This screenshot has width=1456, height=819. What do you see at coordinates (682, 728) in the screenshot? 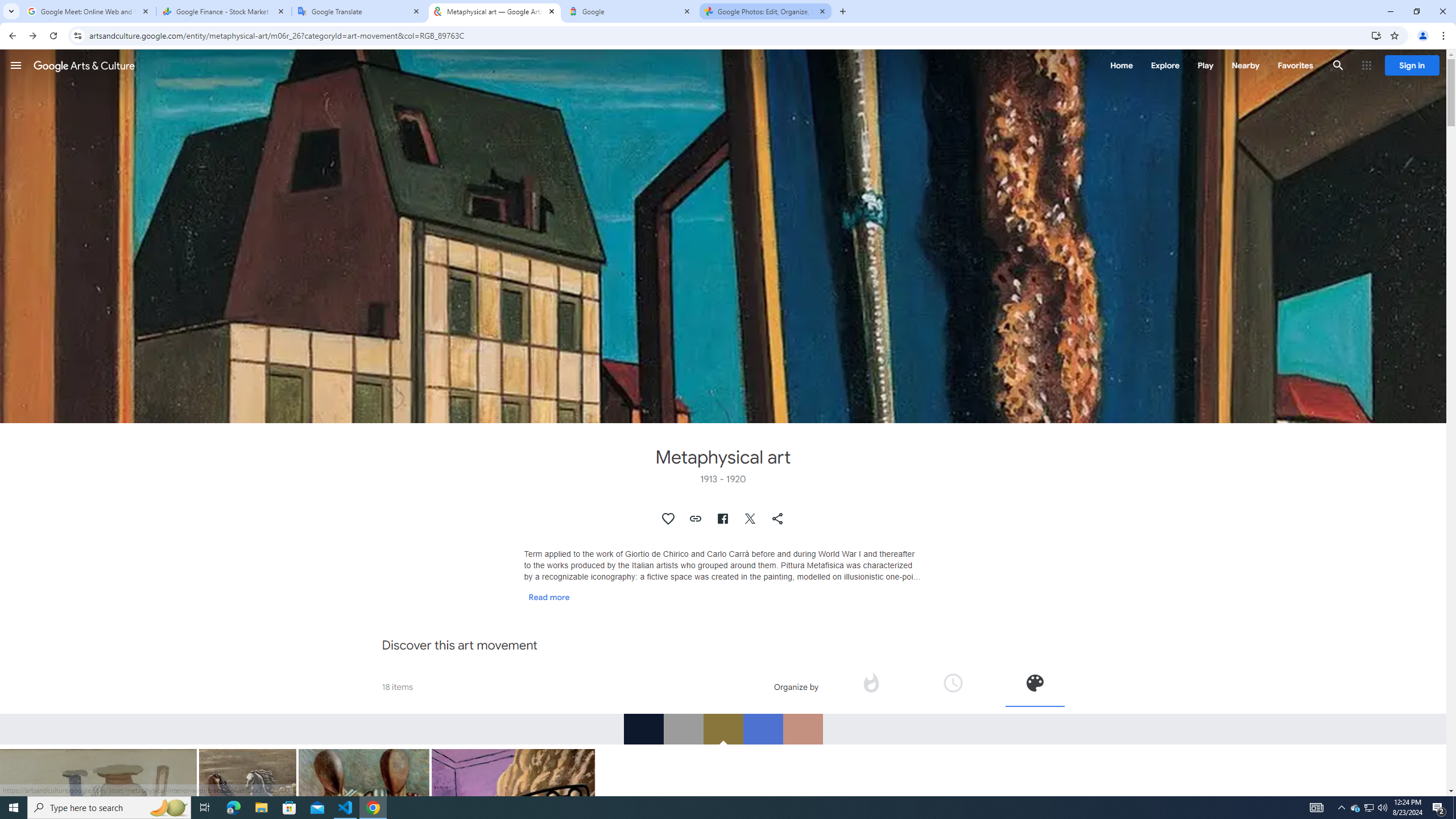
I see `'RGB_9C9C9C'` at bounding box center [682, 728].